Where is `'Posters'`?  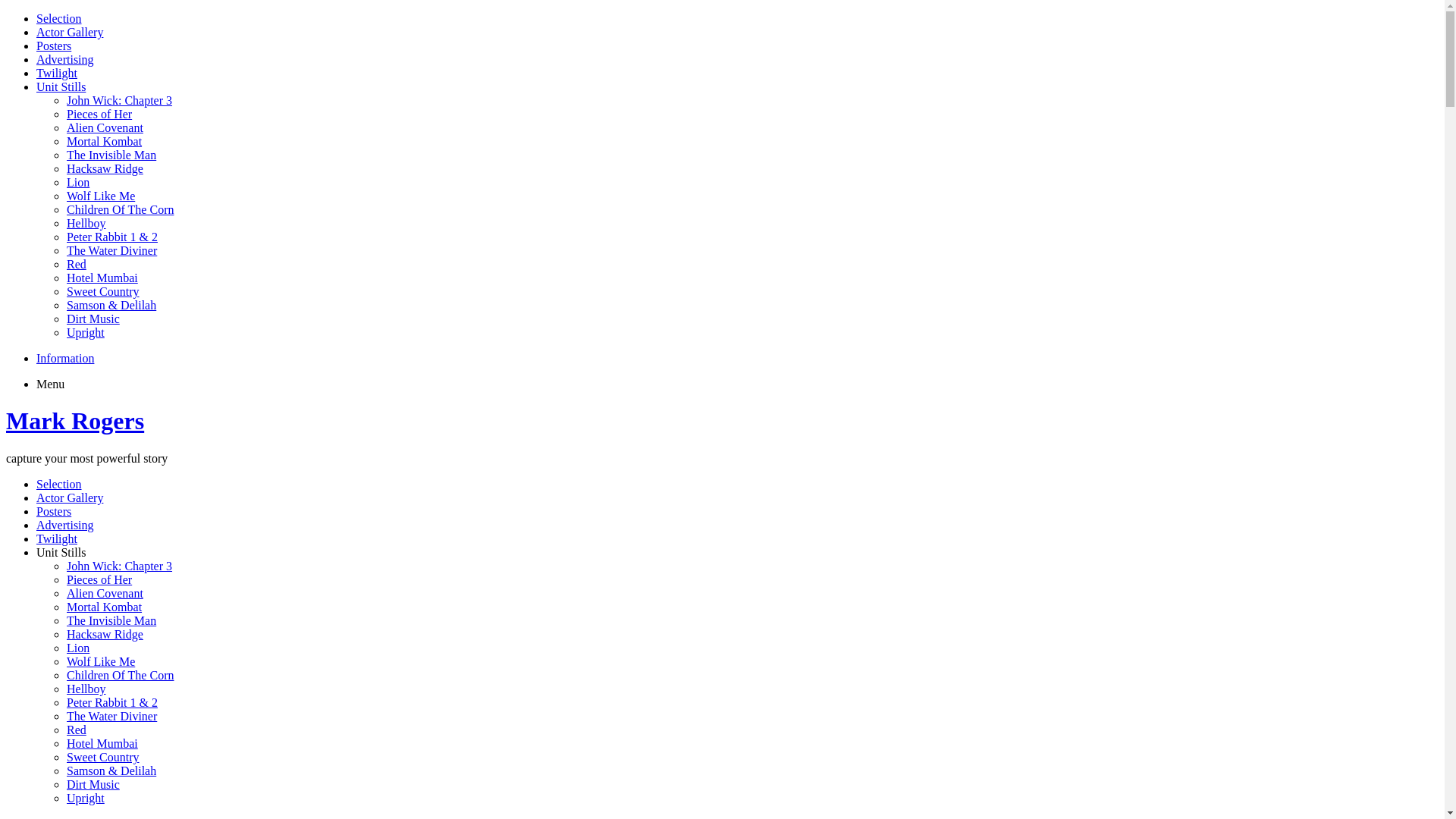
'Posters' is located at coordinates (54, 45).